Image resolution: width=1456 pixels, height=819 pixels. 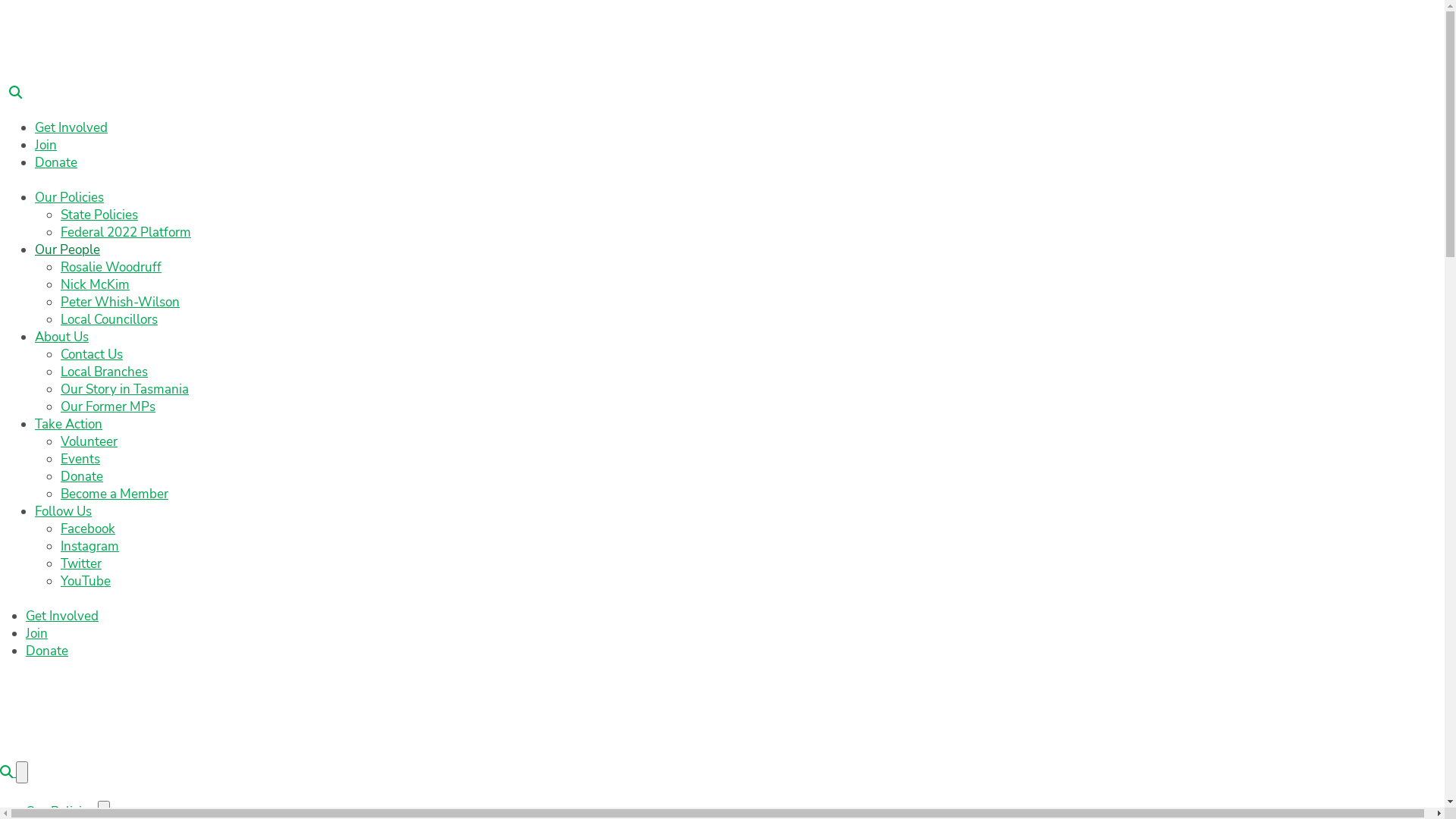 What do you see at coordinates (98, 215) in the screenshot?
I see `'State Policies'` at bounding box center [98, 215].